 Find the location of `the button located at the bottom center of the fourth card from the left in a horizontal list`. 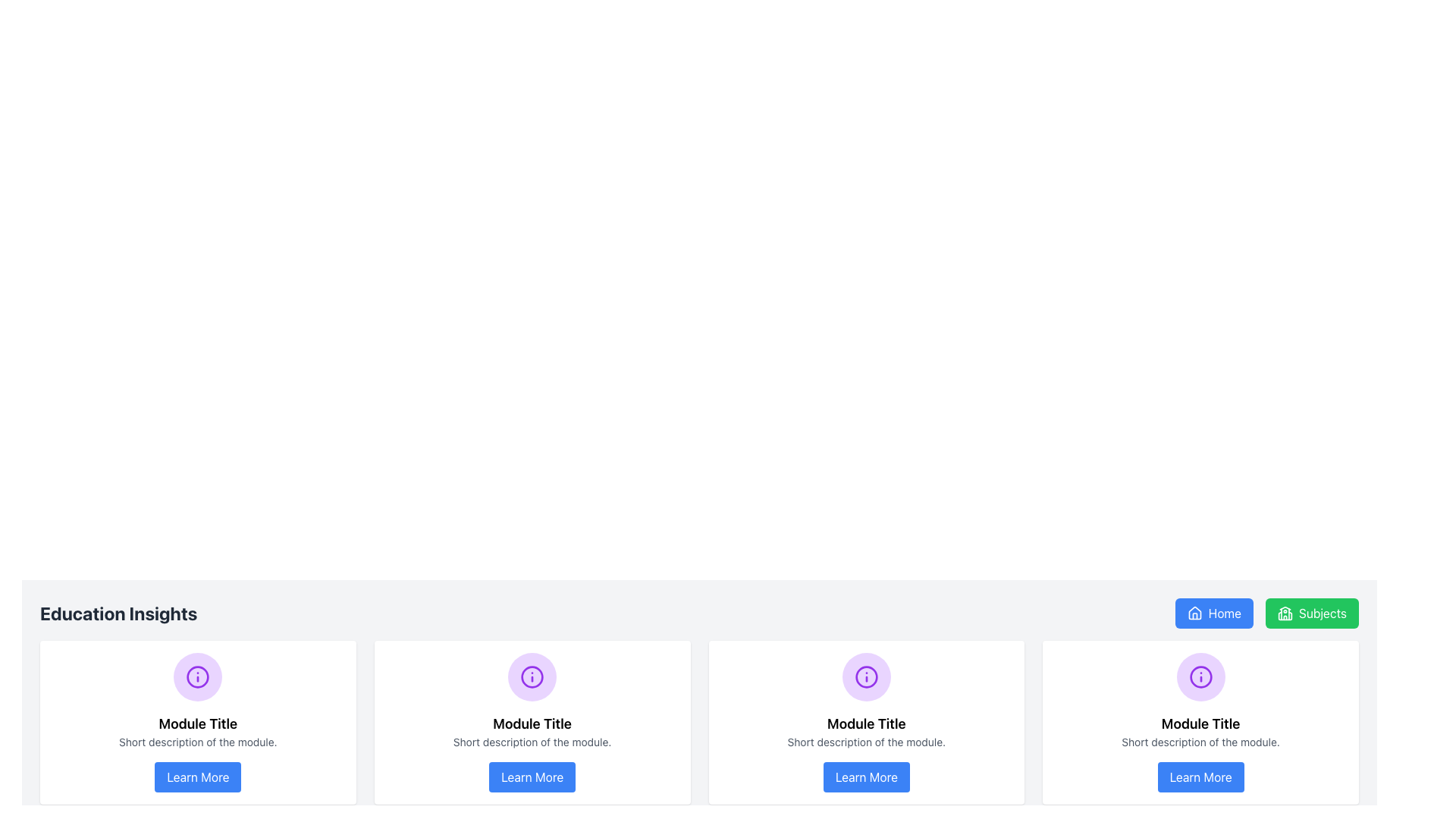

the button located at the bottom center of the fourth card from the left in a horizontal list is located at coordinates (1200, 777).